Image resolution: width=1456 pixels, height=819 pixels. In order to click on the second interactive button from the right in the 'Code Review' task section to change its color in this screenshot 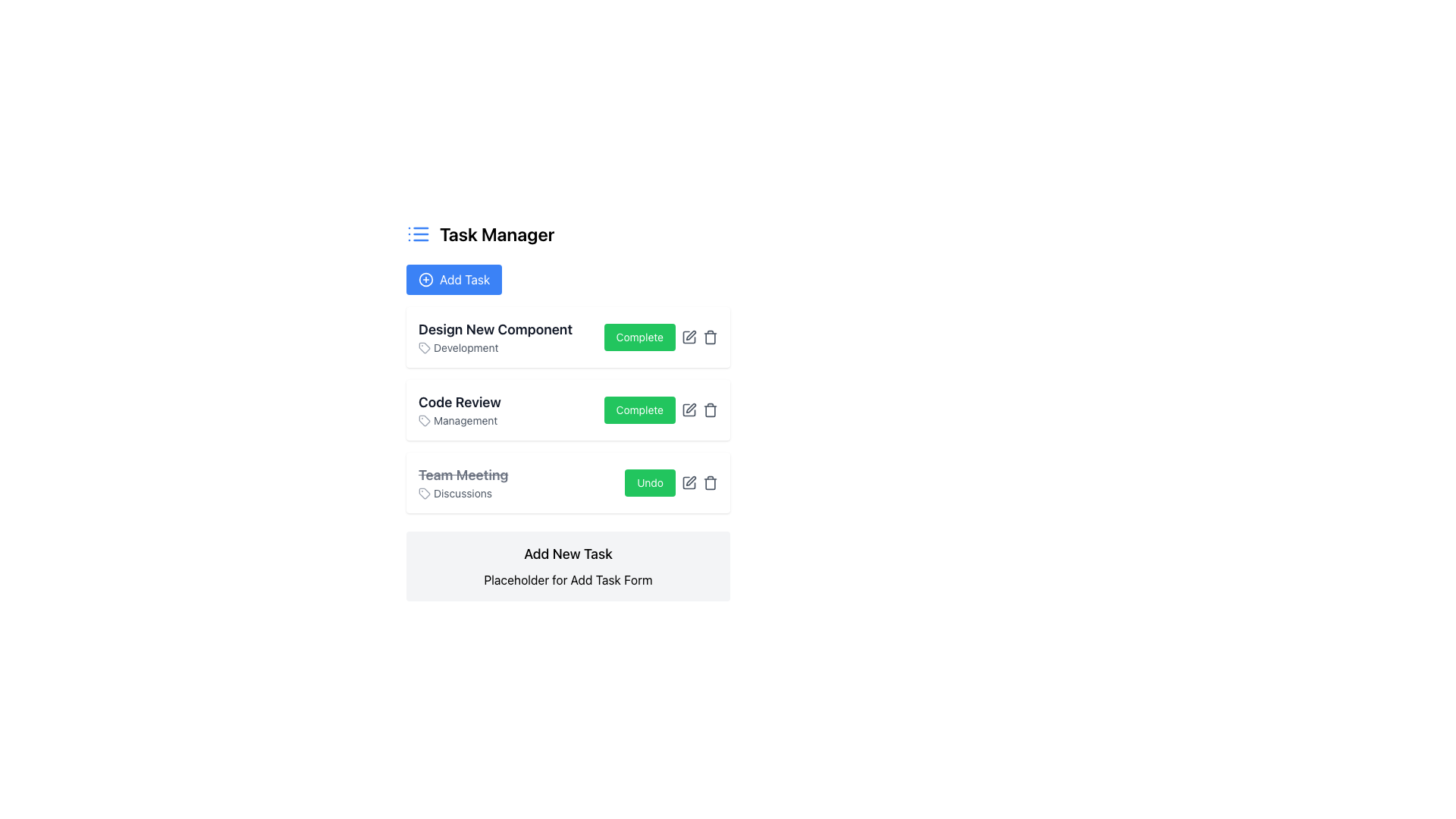, I will do `click(688, 409)`.